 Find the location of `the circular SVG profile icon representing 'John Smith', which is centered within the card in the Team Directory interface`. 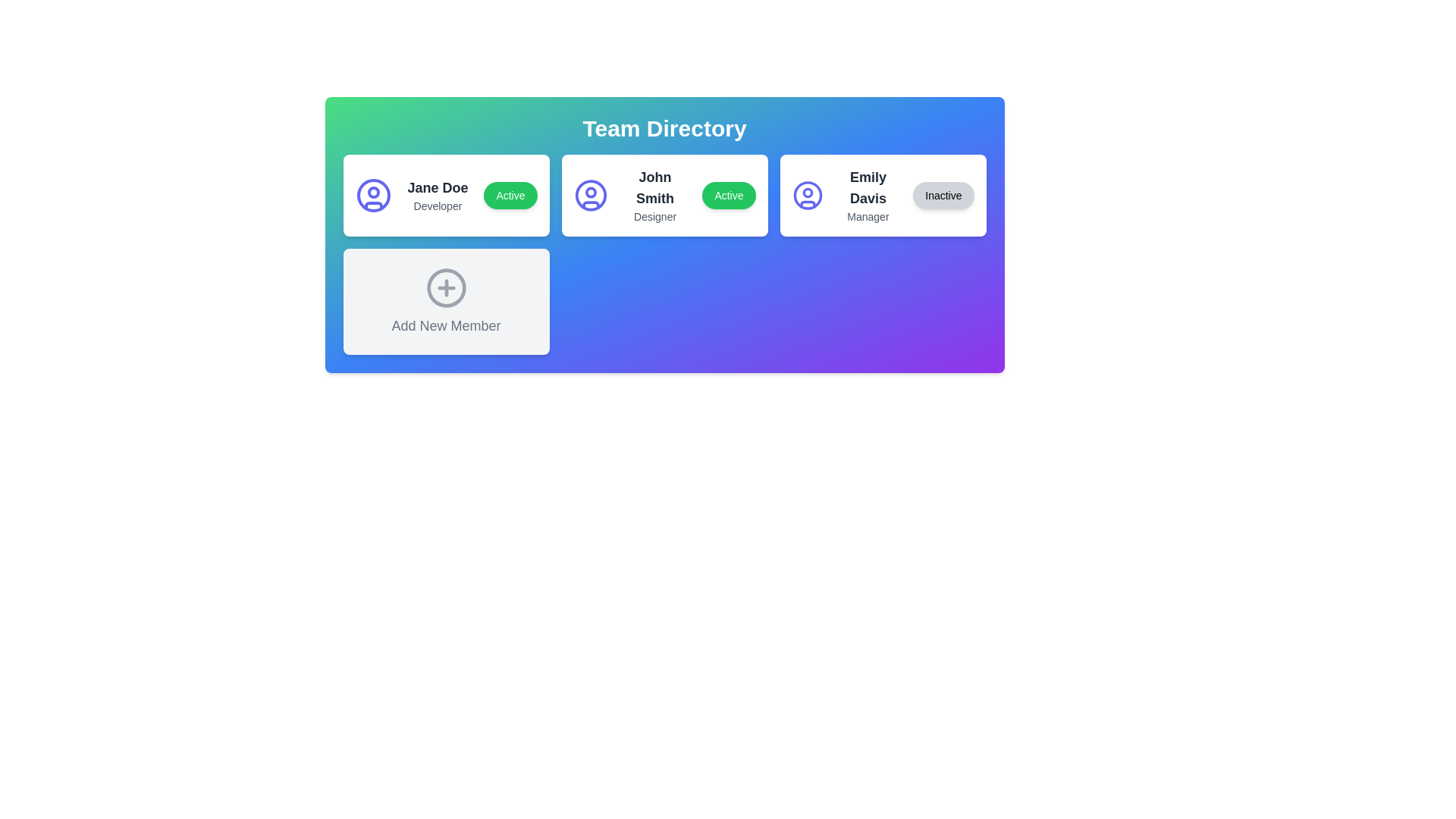

the circular SVG profile icon representing 'John Smith', which is centered within the card in the Team Directory interface is located at coordinates (590, 195).